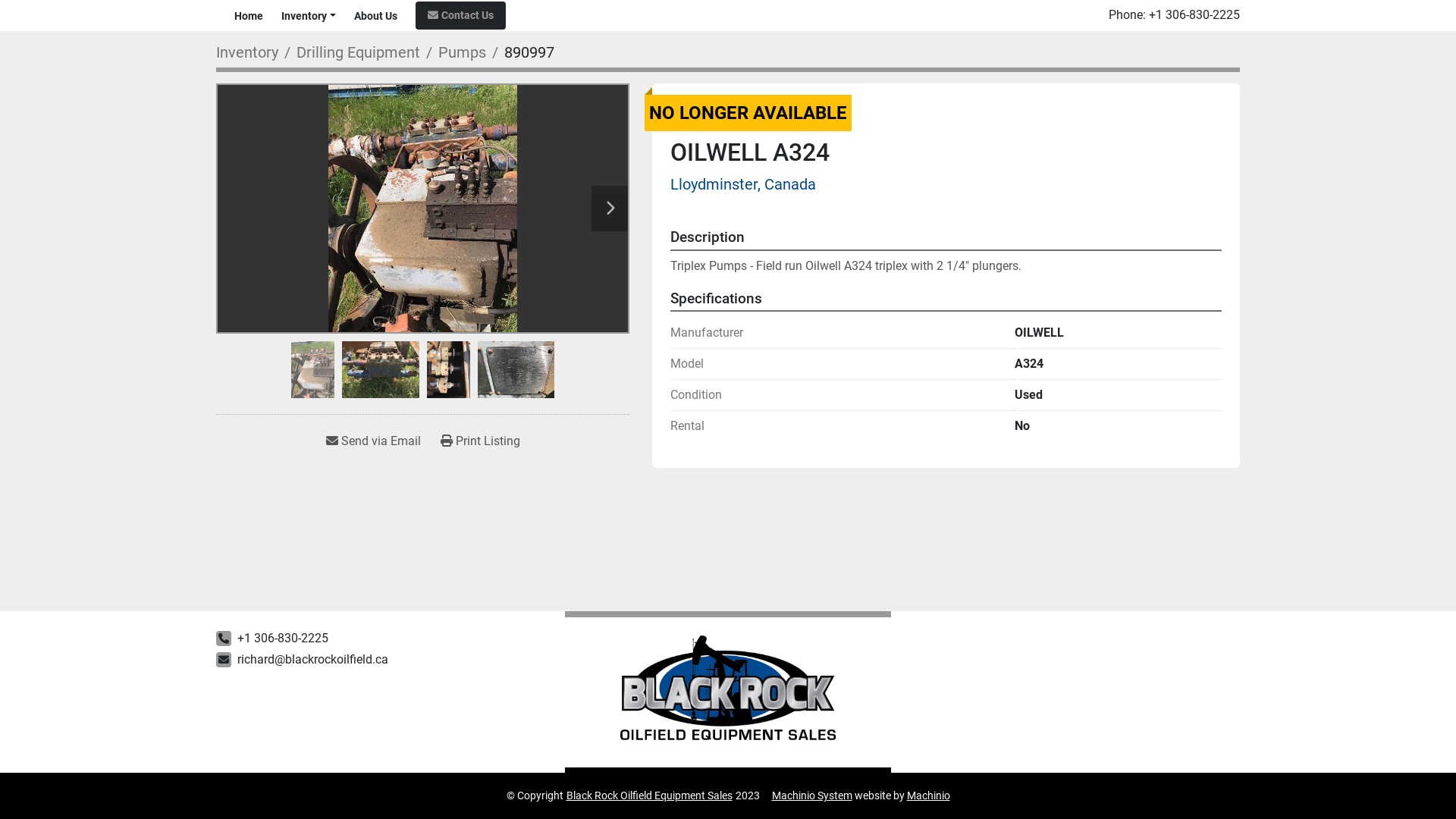  Describe the element at coordinates (460, 15) in the screenshot. I see `'Contact Us'` at that location.